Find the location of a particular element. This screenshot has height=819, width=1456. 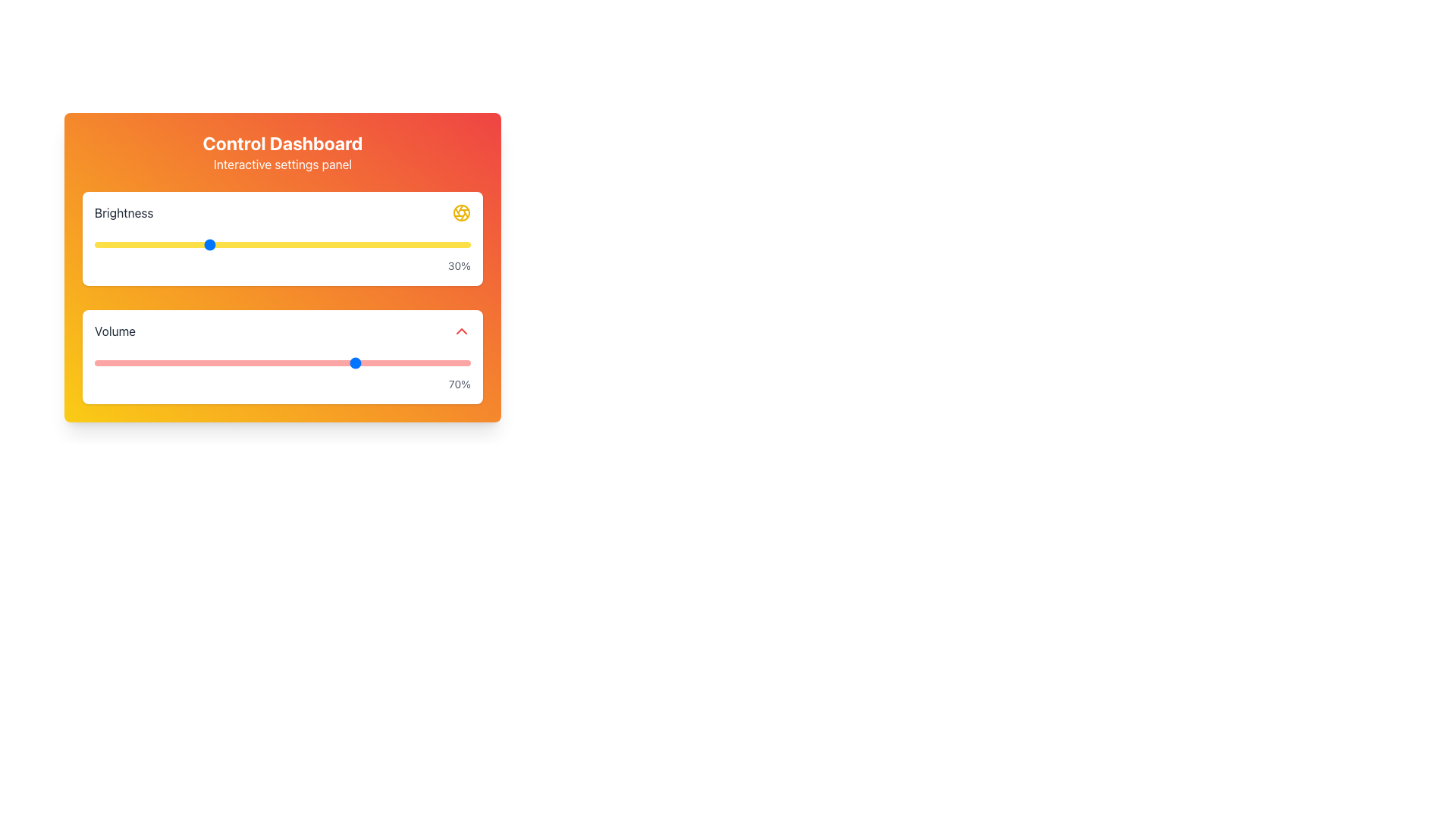

brightness is located at coordinates (162, 244).